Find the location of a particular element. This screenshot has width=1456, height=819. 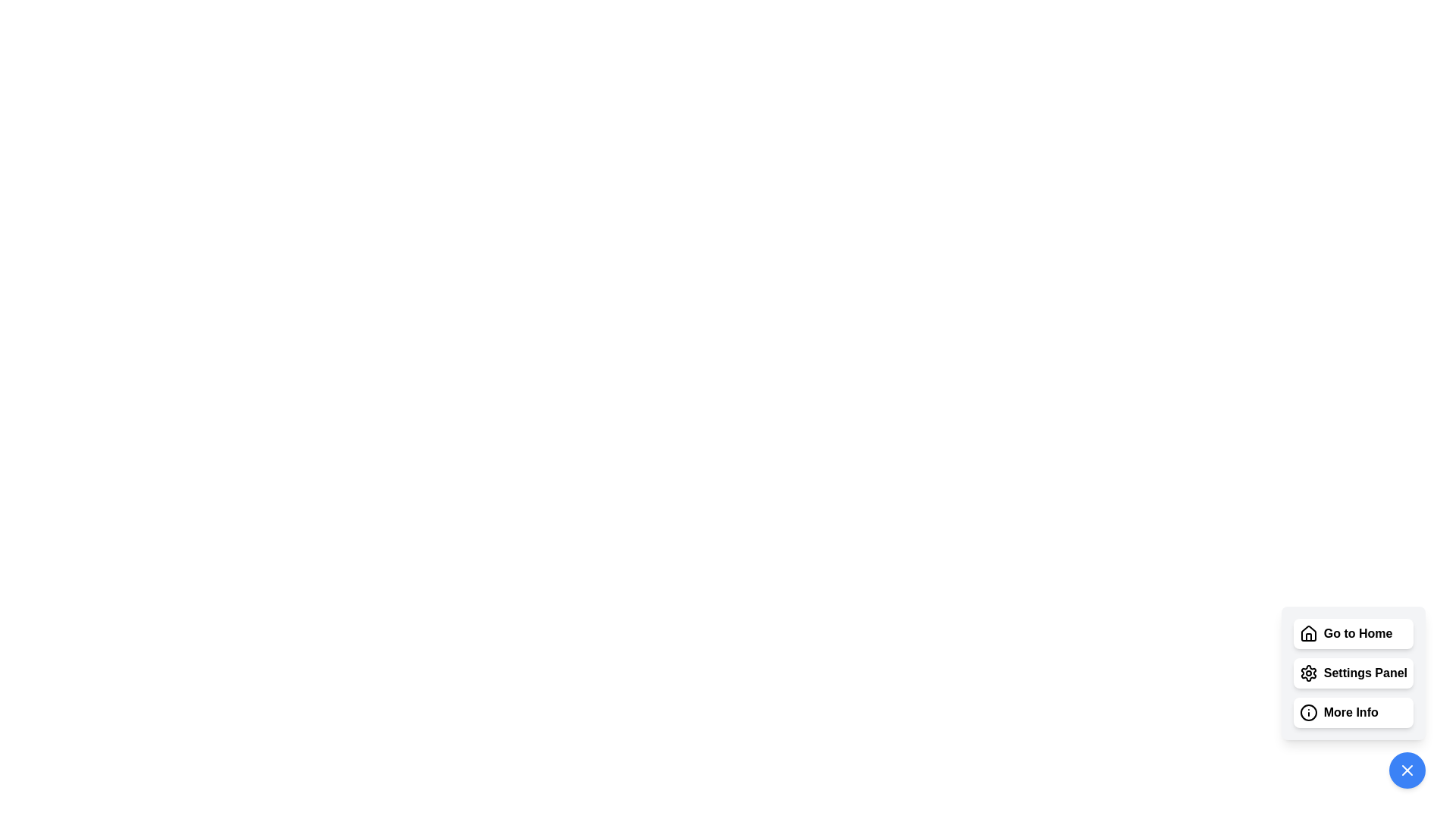

the 'X' icon in the bottom-right corner of the interface, which represents a close or cancel action is located at coordinates (1407, 770).